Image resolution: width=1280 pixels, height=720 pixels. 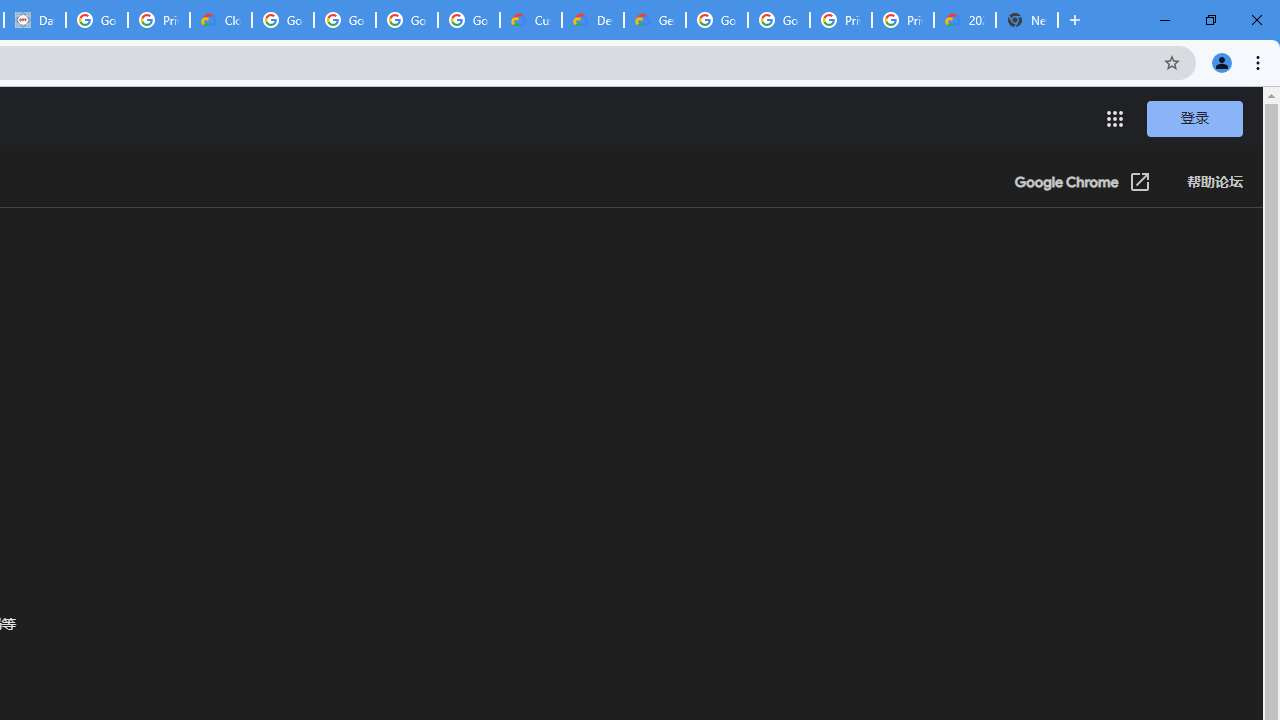 What do you see at coordinates (716, 20) in the screenshot?
I see `'Google Cloud Platform'` at bounding box center [716, 20].